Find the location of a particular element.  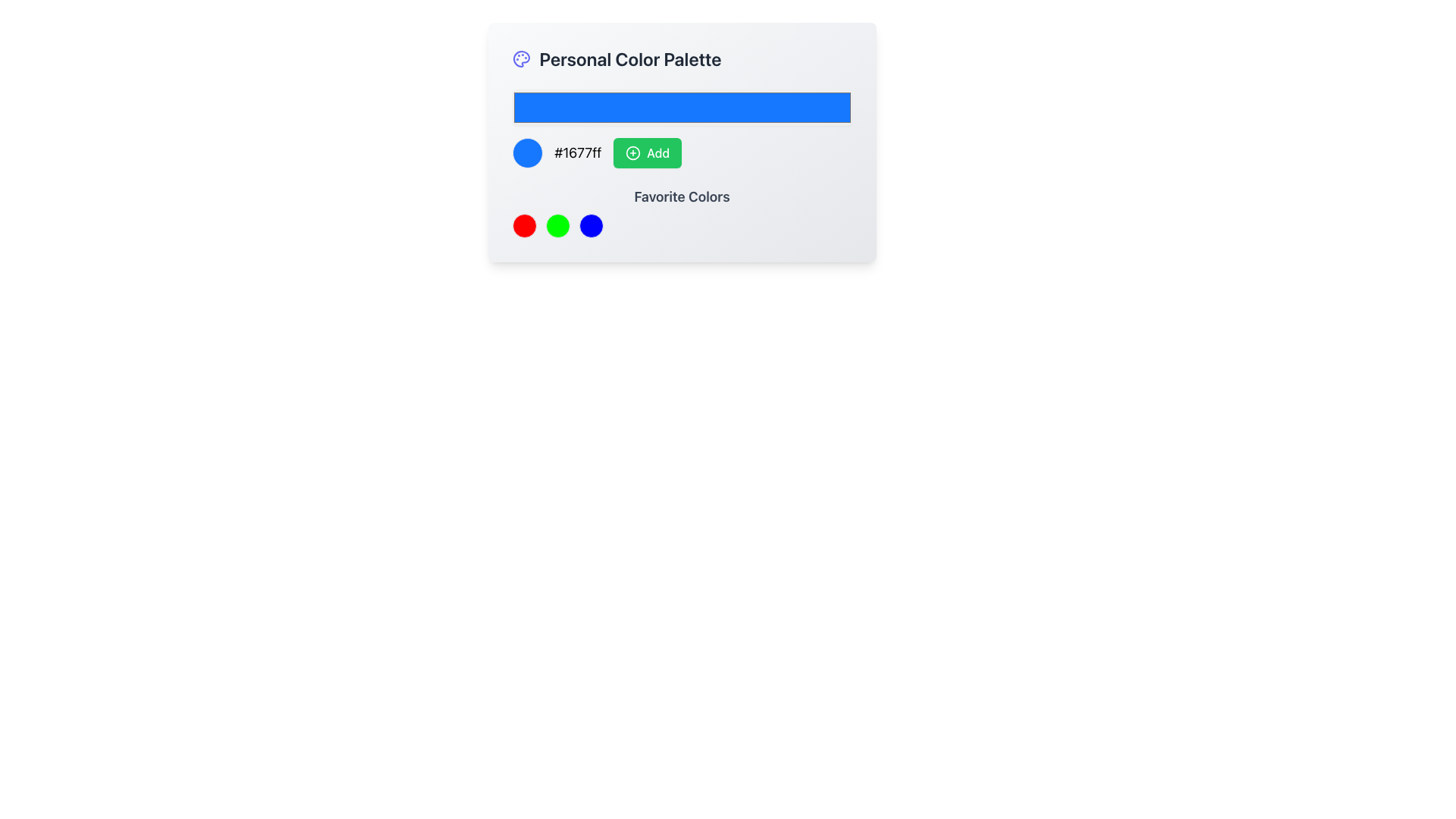

the static text display with the hexadecimal color code '#1677ff', which is centrally located between a blue color preview on its left and an 'Add' button on its right is located at coordinates (577, 152).